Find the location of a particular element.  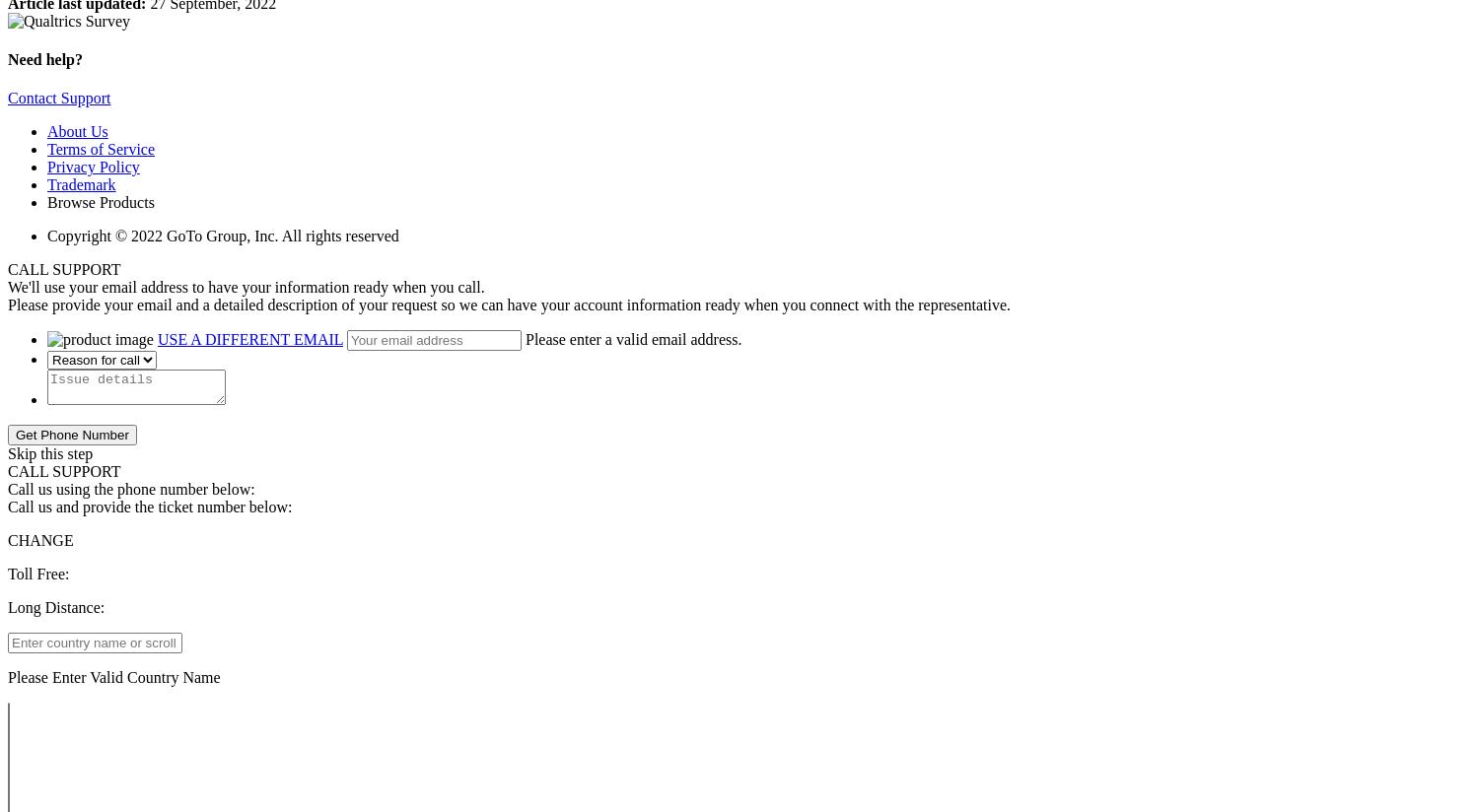

'Please enter a valid email address.' is located at coordinates (525, 338).